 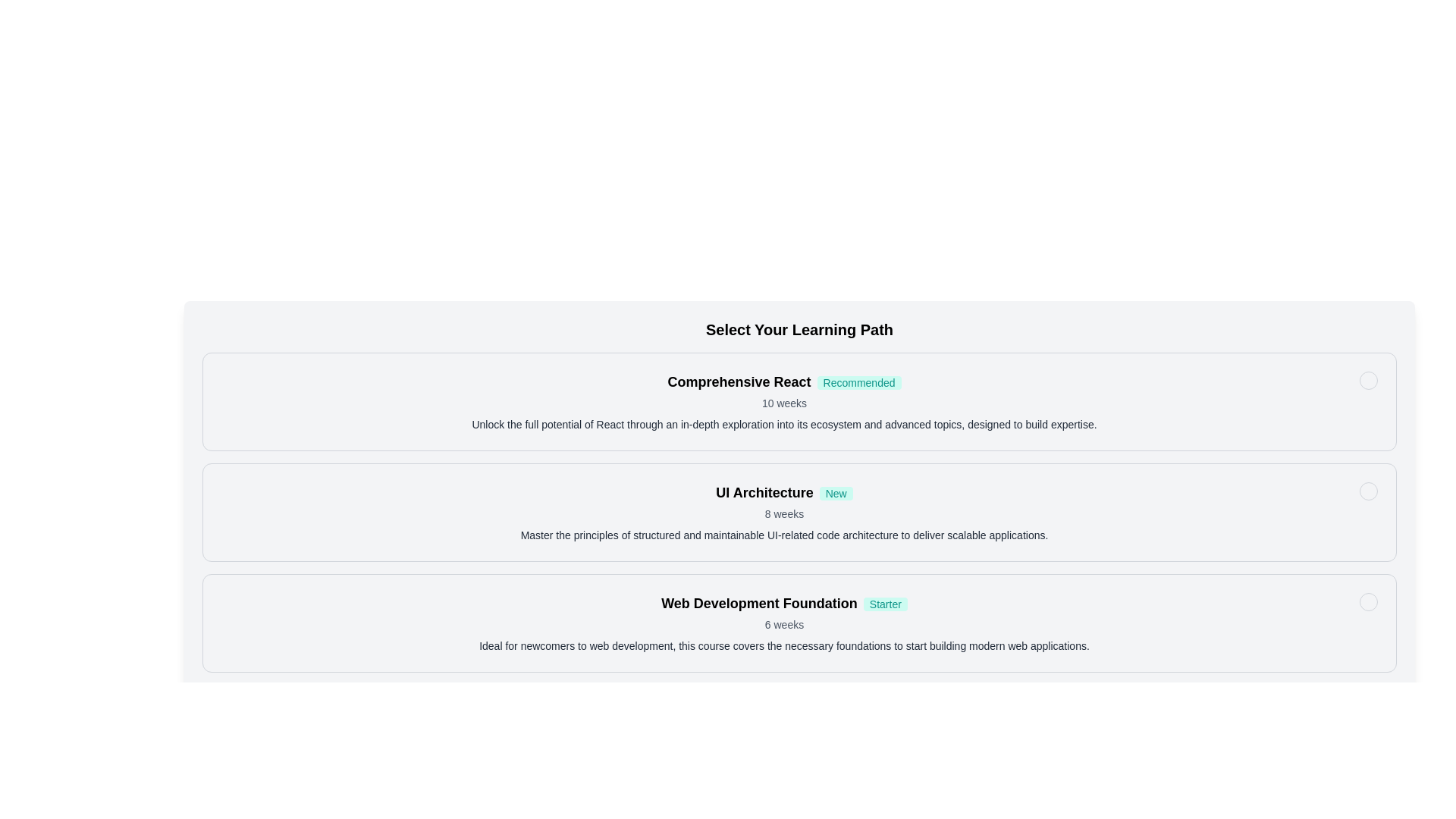 I want to click on text element displaying '10 weeks', which is styled in a smaller font size and located beneath the 'Comprehensive React' heading, serving as part of the course description, so click(x=784, y=403).